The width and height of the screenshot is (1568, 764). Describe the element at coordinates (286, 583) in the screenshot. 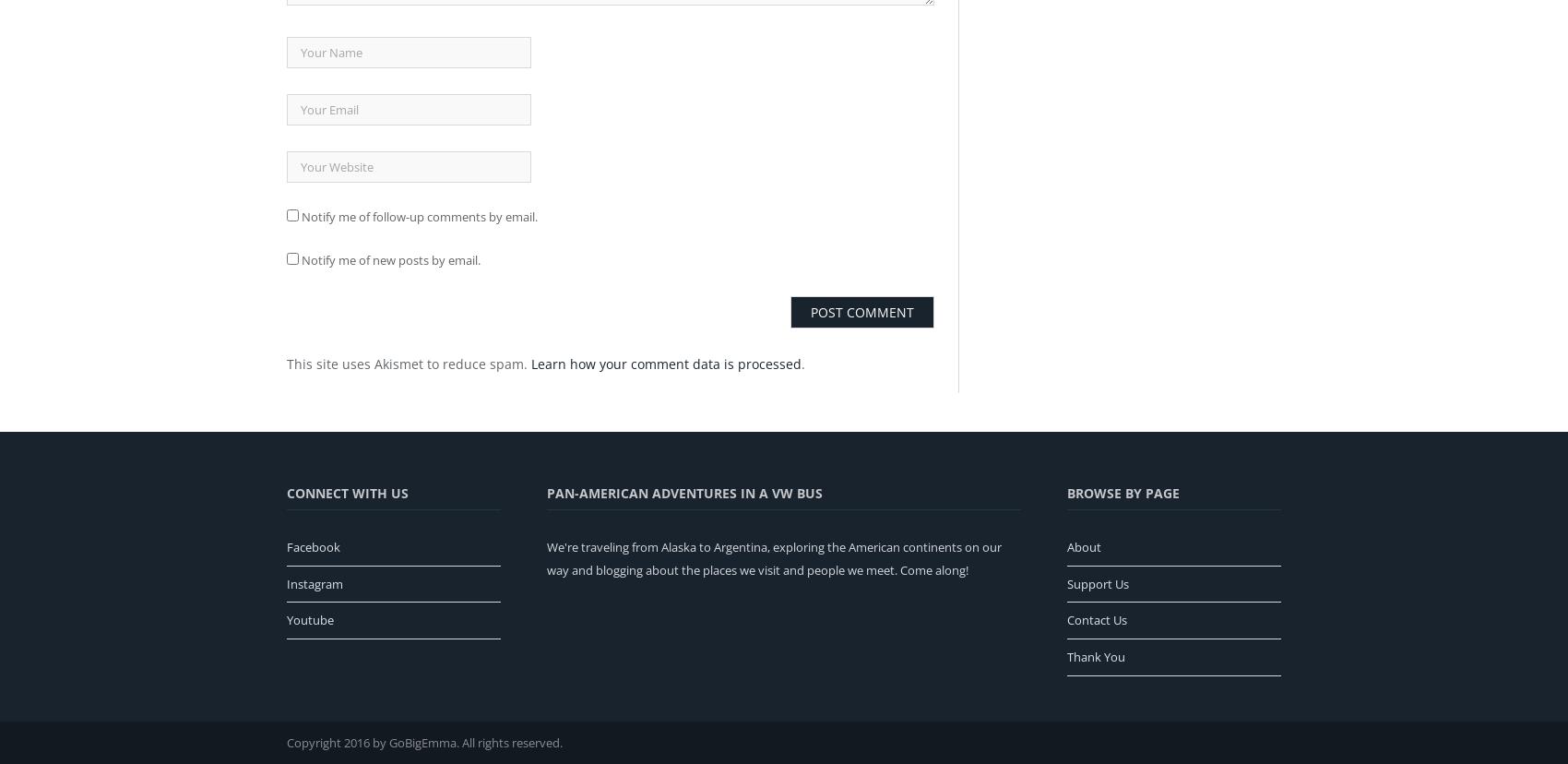

I see `'Instagram'` at that location.